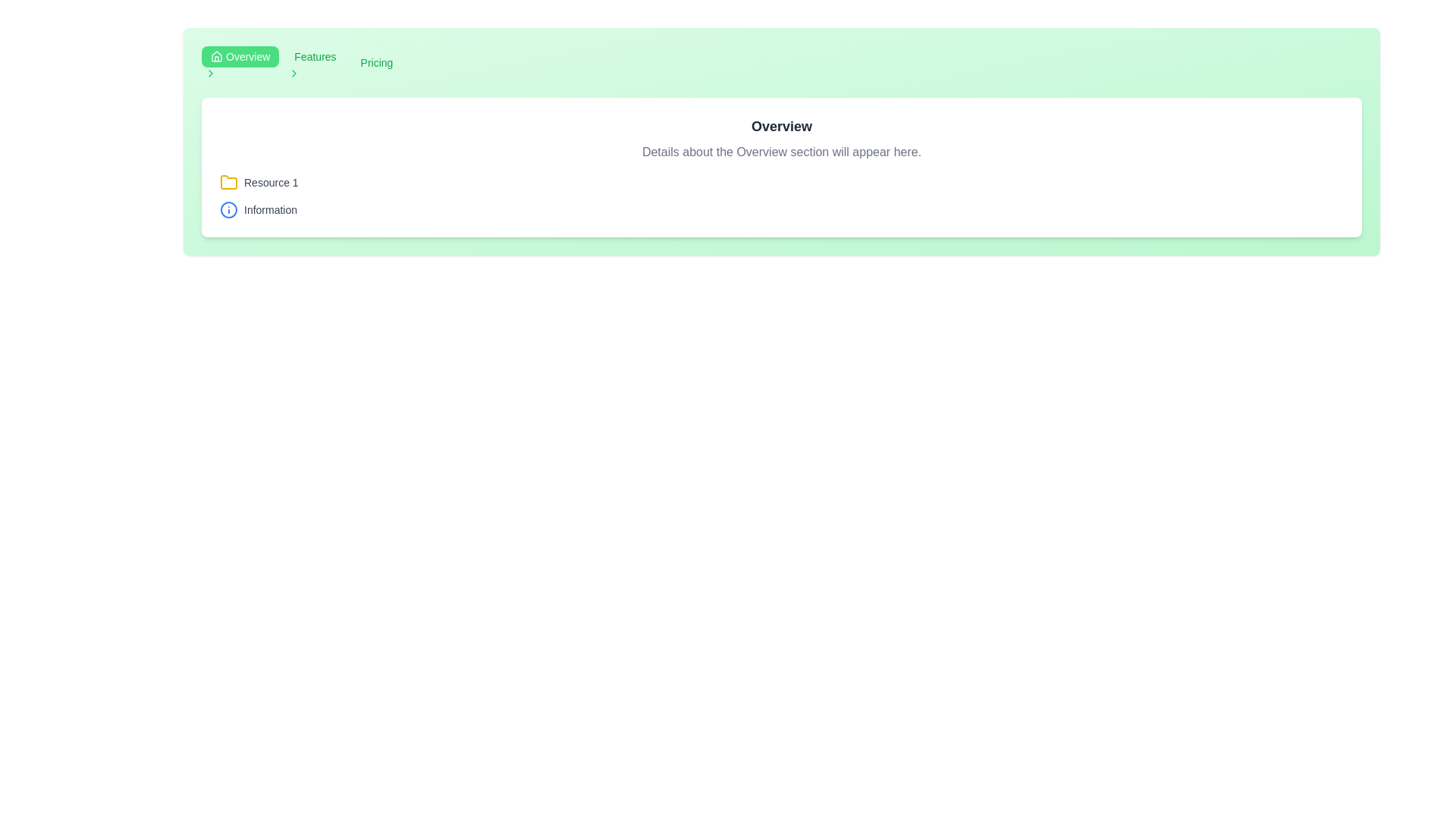 The image size is (1456, 819). What do you see at coordinates (239, 55) in the screenshot?
I see `the navigation button located in the top-left corner of the interface` at bounding box center [239, 55].